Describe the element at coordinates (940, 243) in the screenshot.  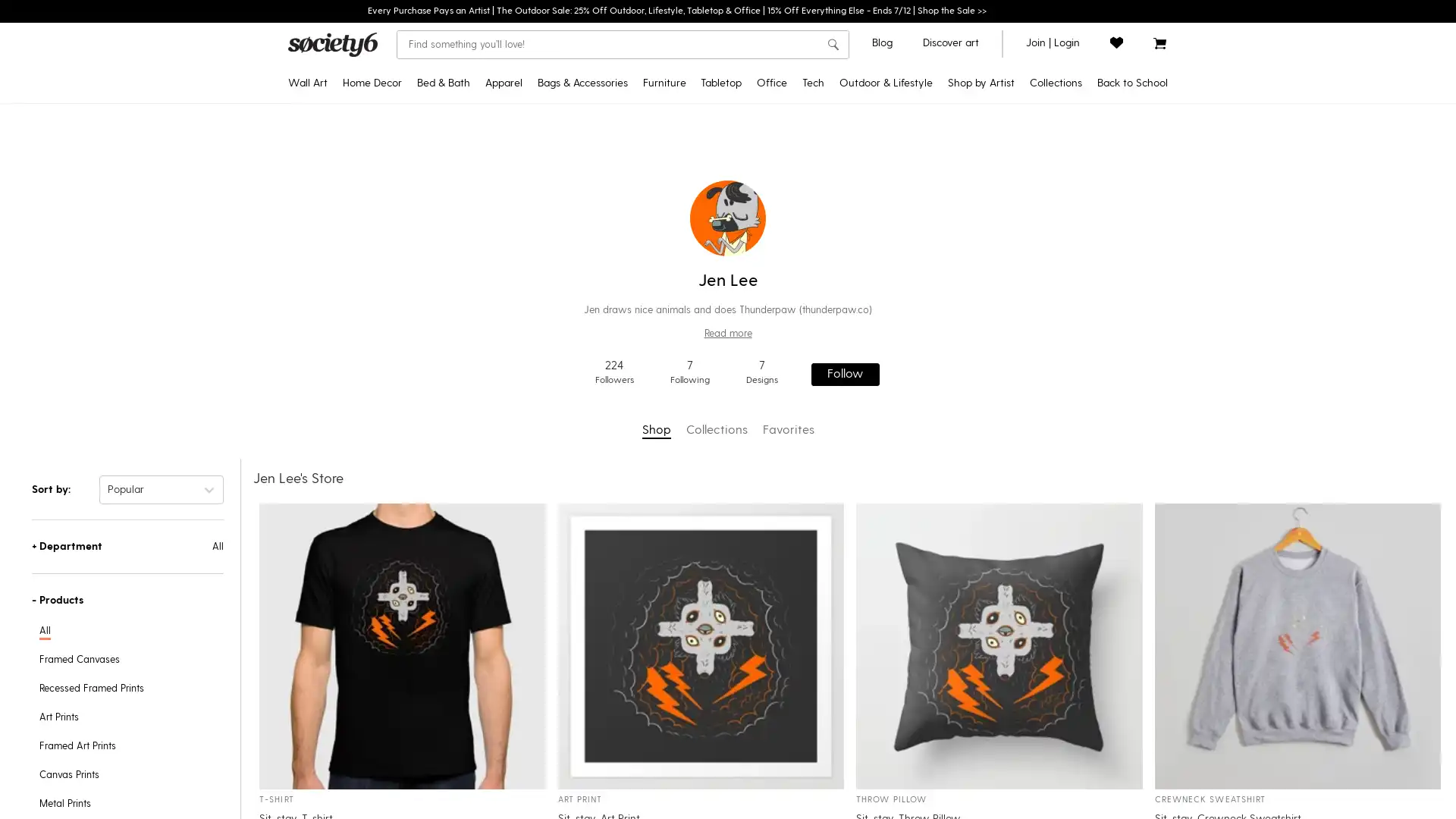
I see `Discover LGBTQIA+ Artists` at that location.